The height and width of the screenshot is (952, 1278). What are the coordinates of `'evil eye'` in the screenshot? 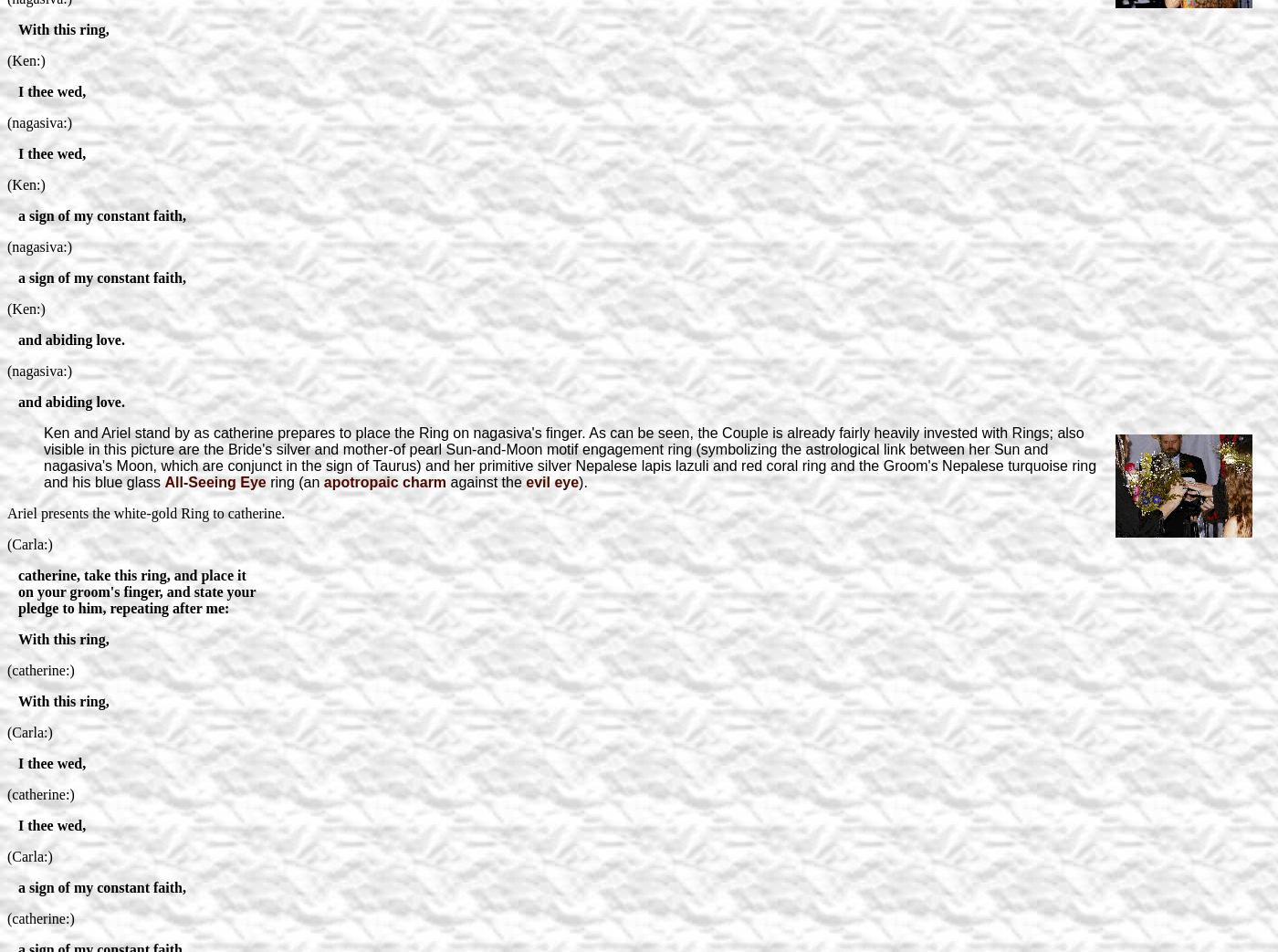 It's located at (551, 481).